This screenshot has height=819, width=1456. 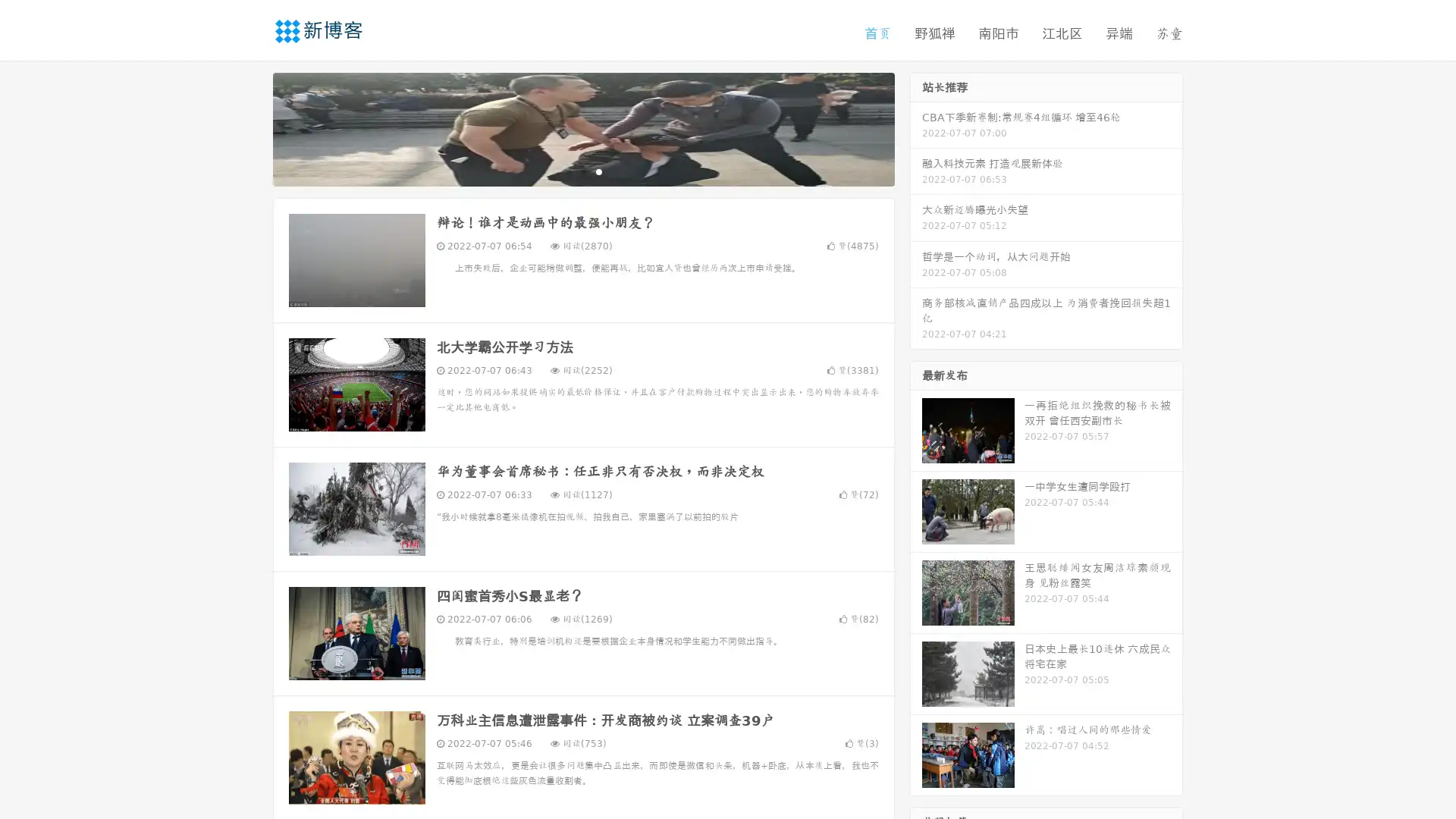 I want to click on Go to slide 1, so click(x=567, y=171).